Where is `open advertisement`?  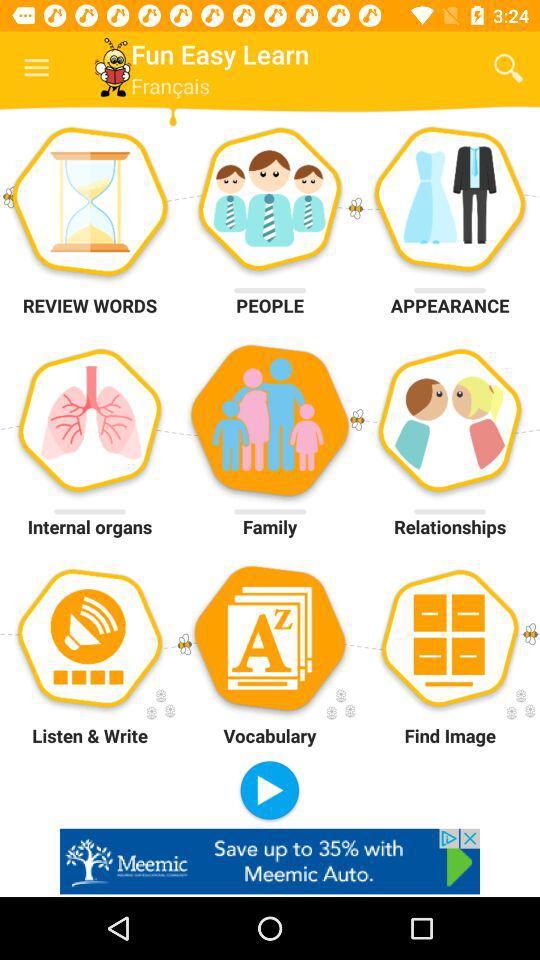 open advertisement is located at coordinates (270, 860).